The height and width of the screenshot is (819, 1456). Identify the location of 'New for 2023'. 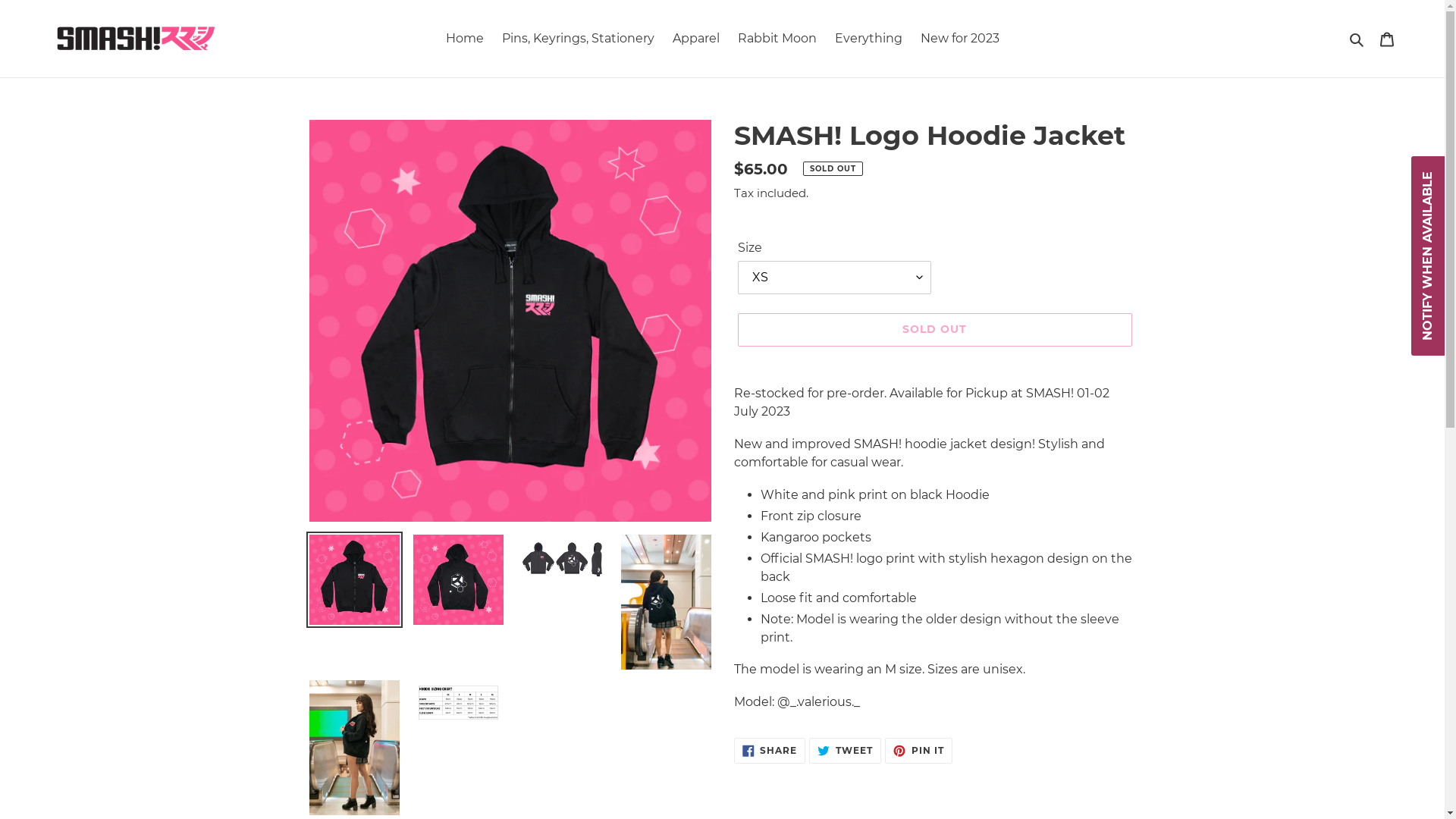
(959, 37).